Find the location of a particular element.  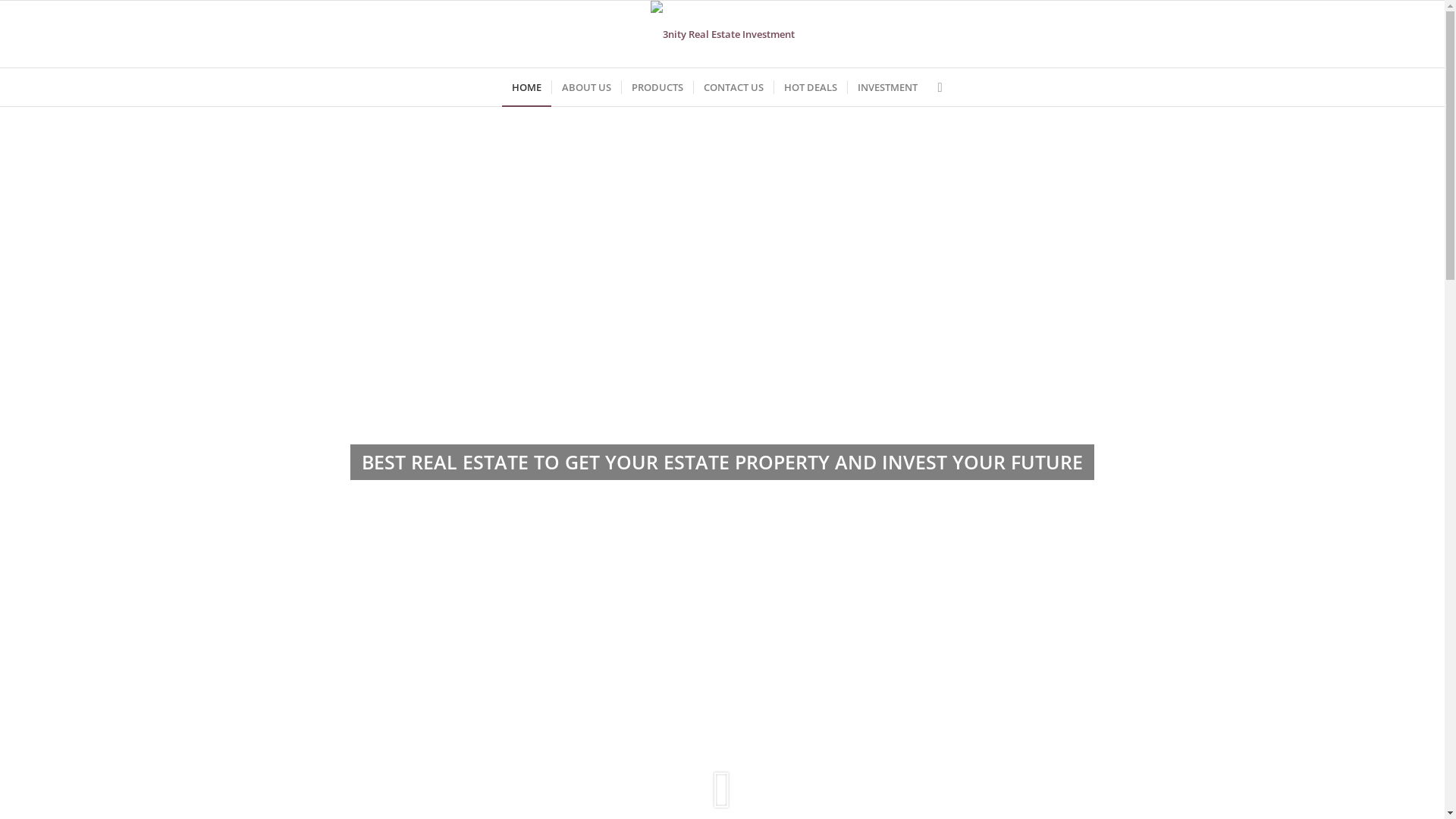

'CONTACT US' is located at coordinates (733, 87).